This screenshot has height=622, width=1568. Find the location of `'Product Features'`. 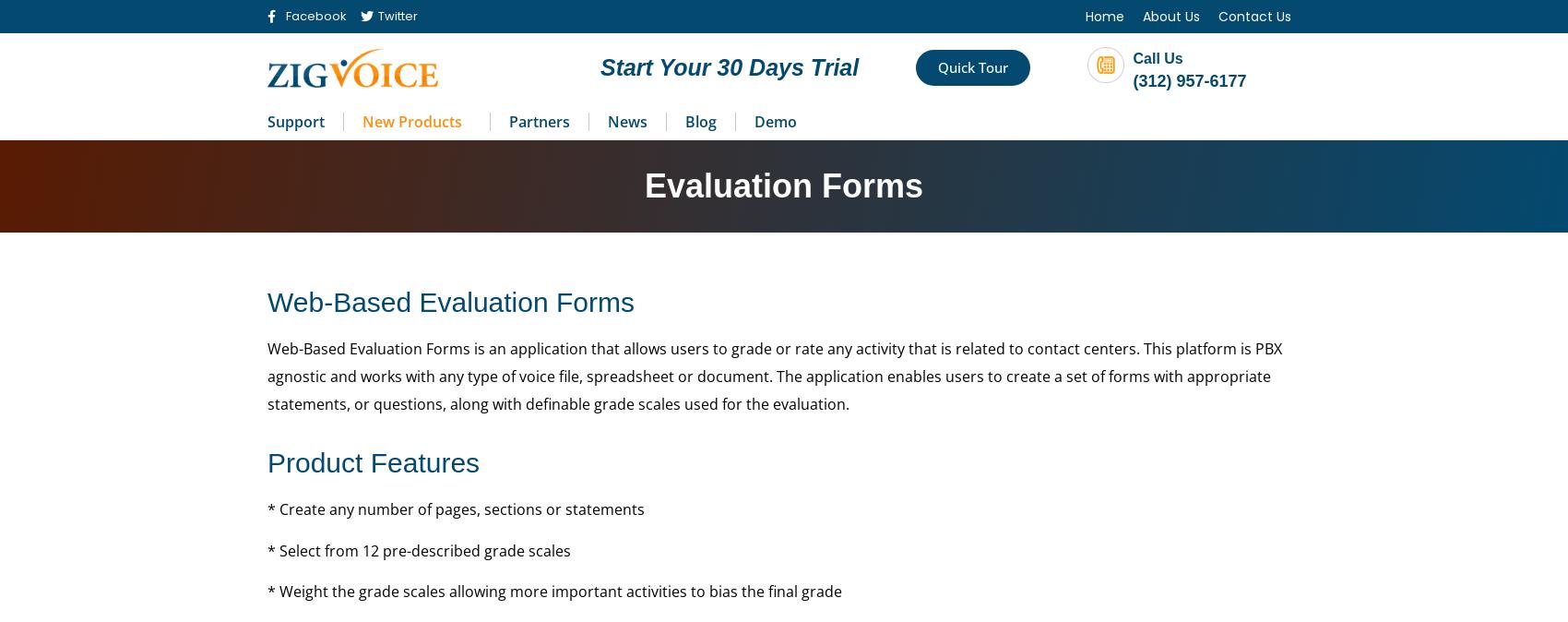

'Product Features' is located at coordinates (372, 461).